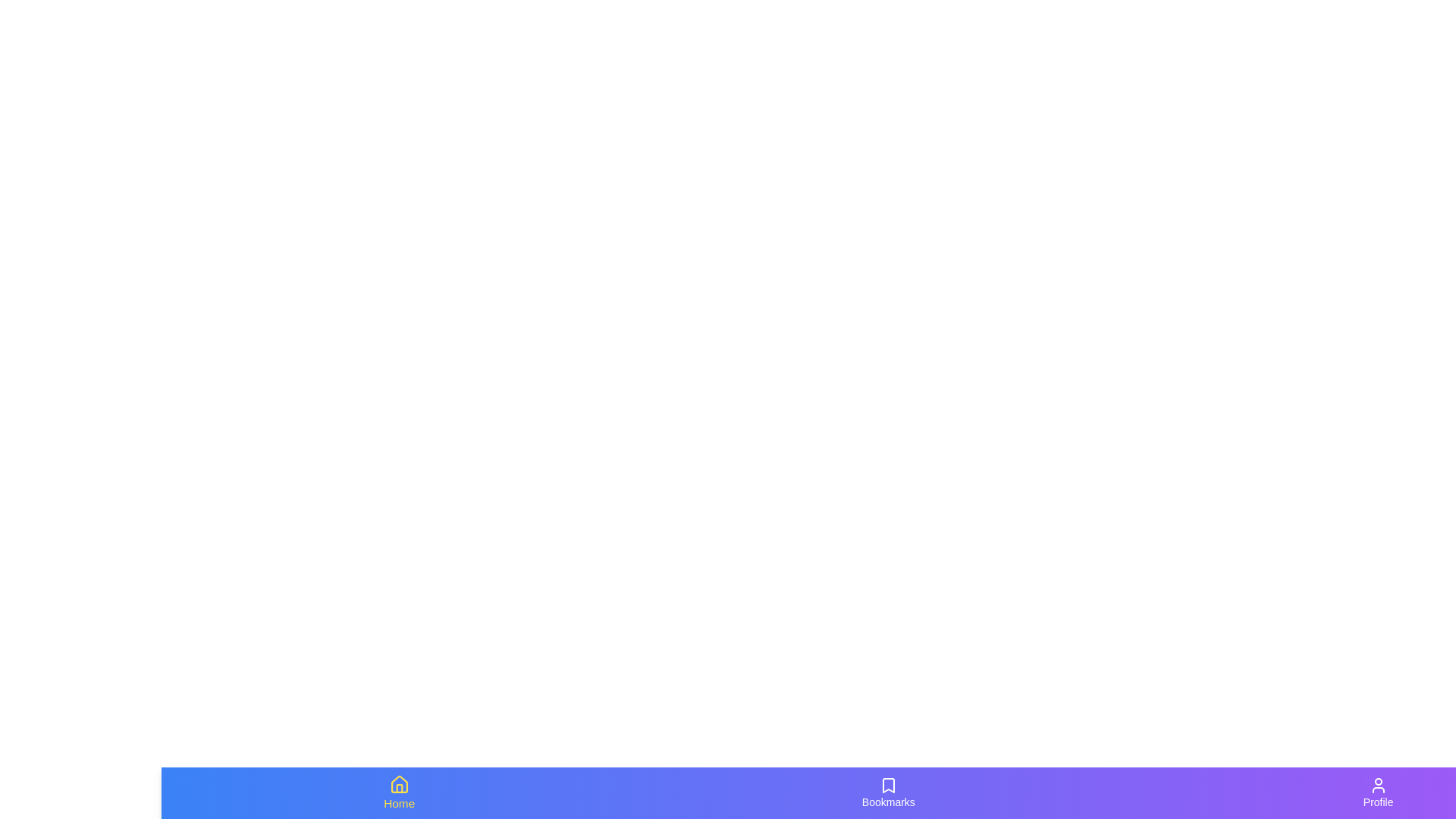 This screenshot has width=1456, height=819. Describe the element at coordinates (888, 792) in the screenshot. I see `the Bookmarks tab in the bottom navigation bar to navigate to the corresponding section` at that location.